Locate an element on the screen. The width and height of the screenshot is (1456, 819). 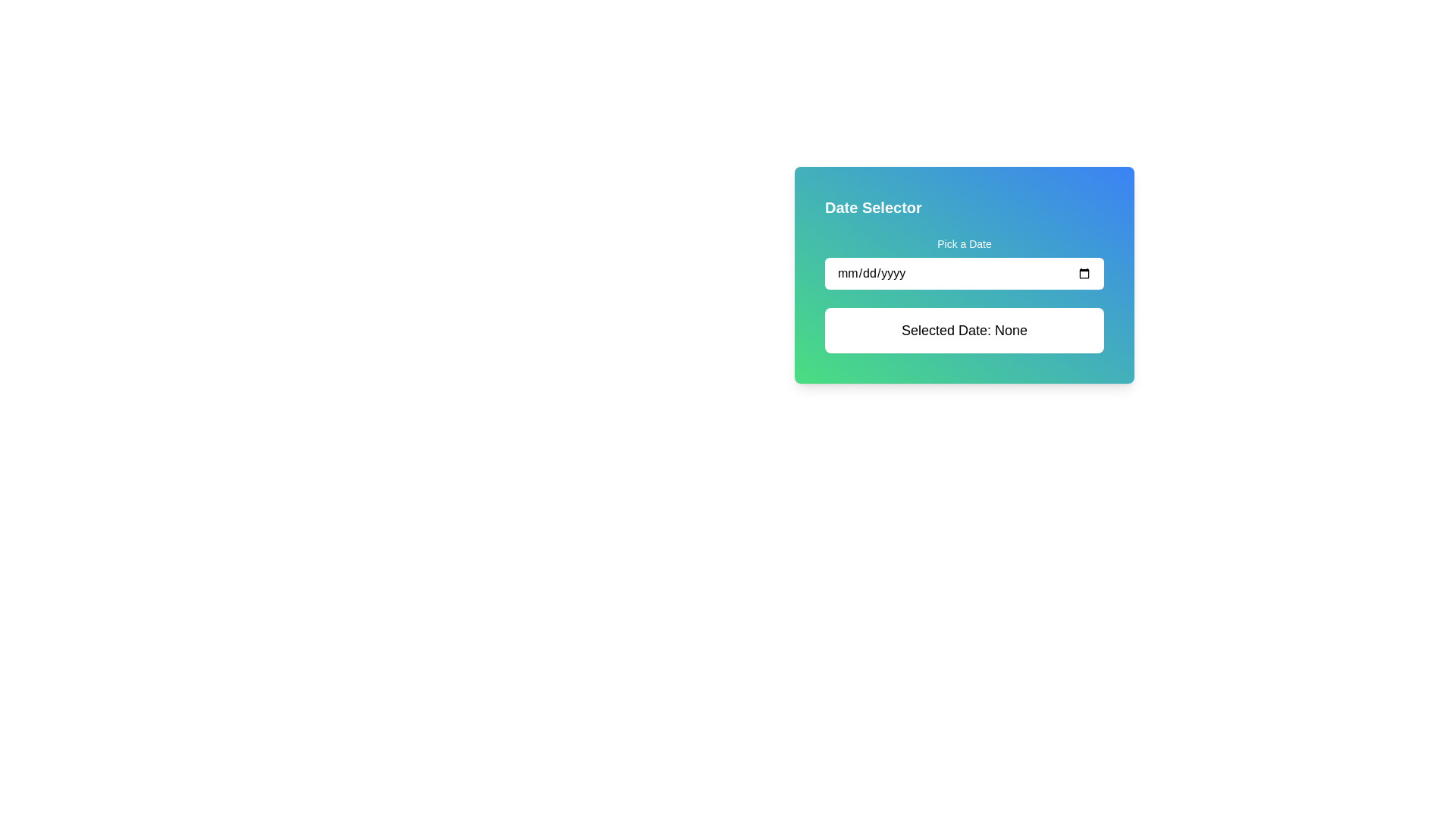
the Static Text Label that serves as a header for the date section located at the top-left corner of the central panel is located at coordinates (874, 207).